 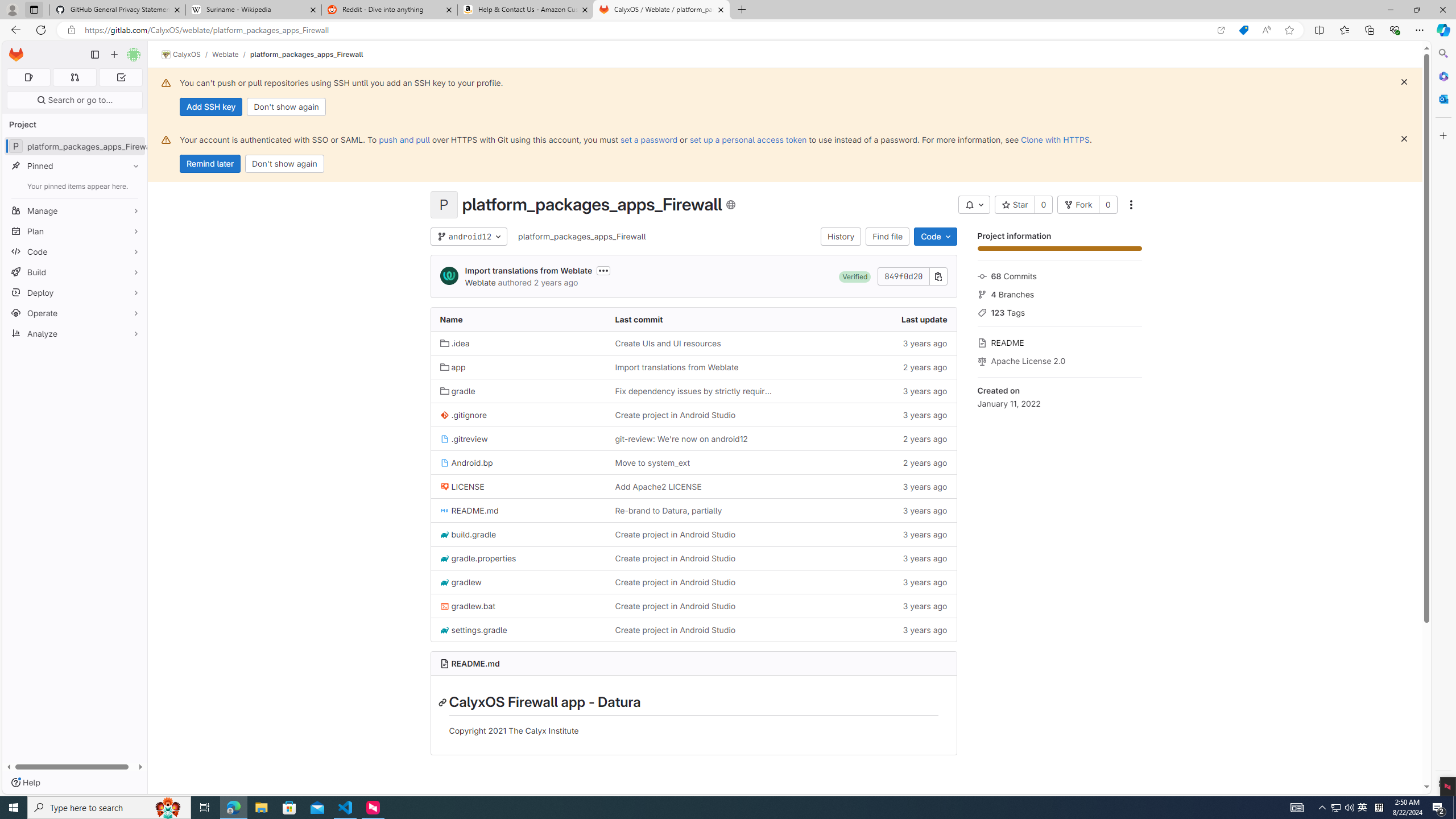 I want to click on 'gradle', so click(x=518, y=390).